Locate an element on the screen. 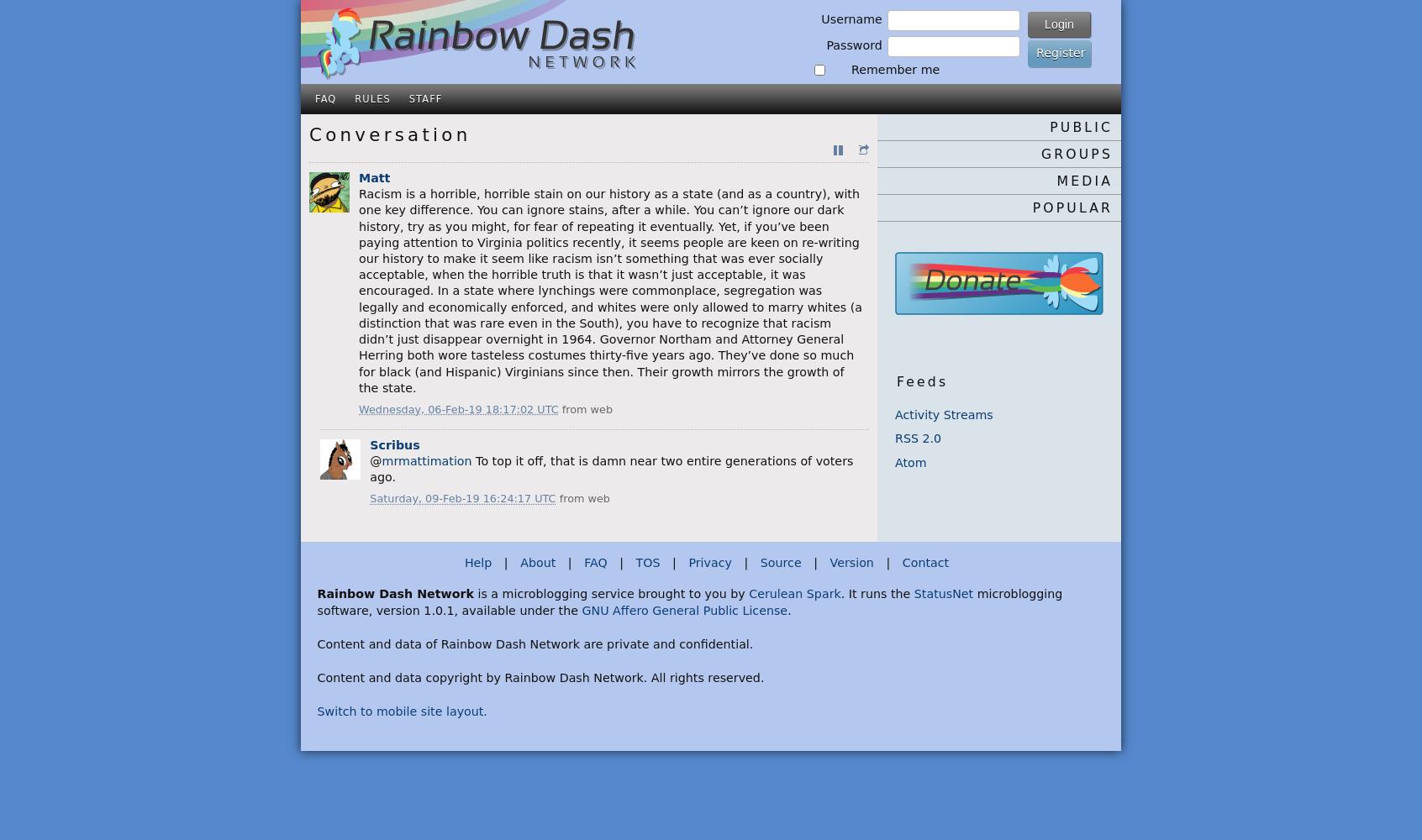 The height and width of the screenshot is (840, 1422). 'Switch to mobile site layout.' is located at coordinates (400, 710).